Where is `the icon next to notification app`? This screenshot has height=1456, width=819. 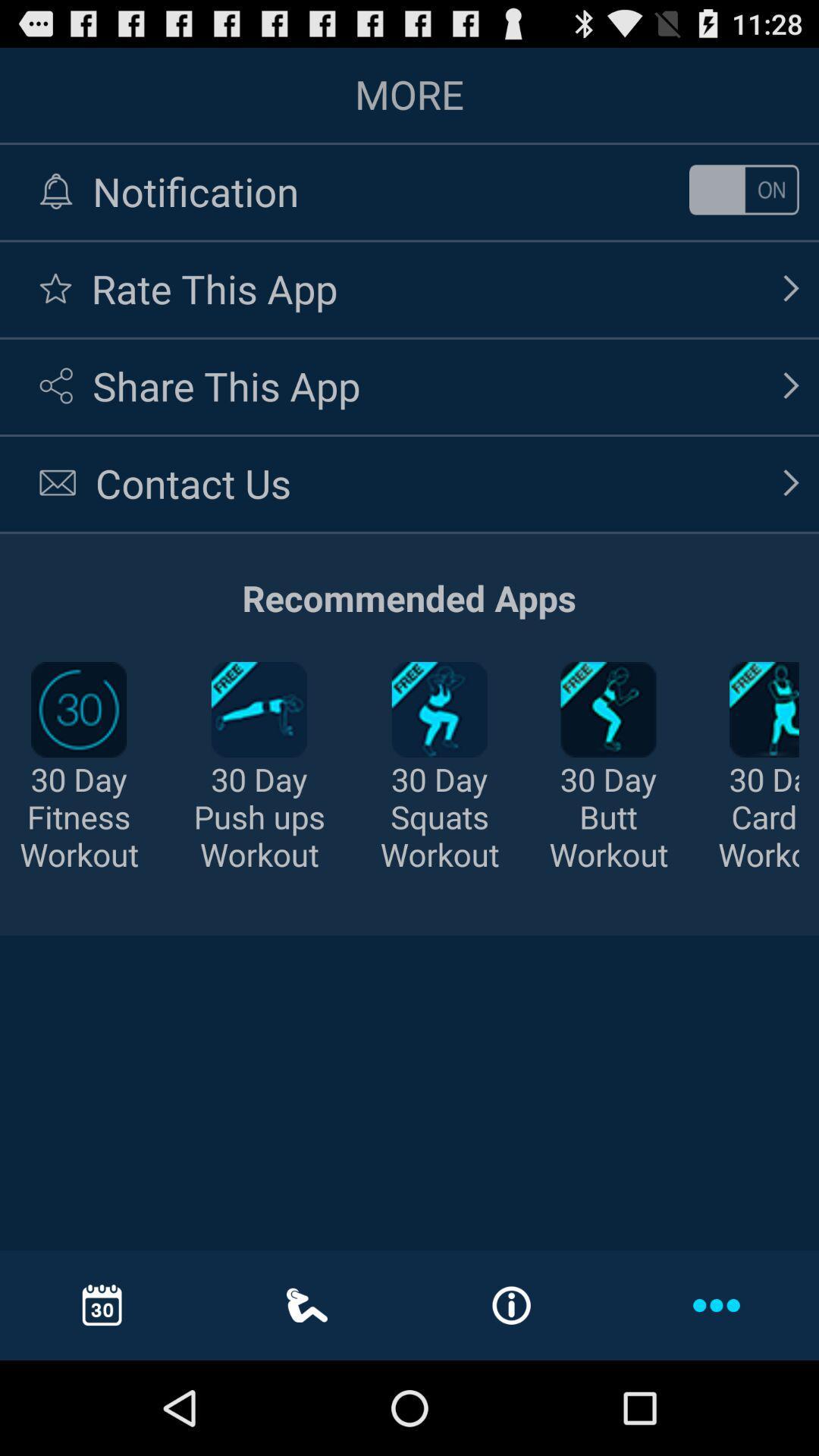 the icon next to notification app is located at coordinates (743, 189).